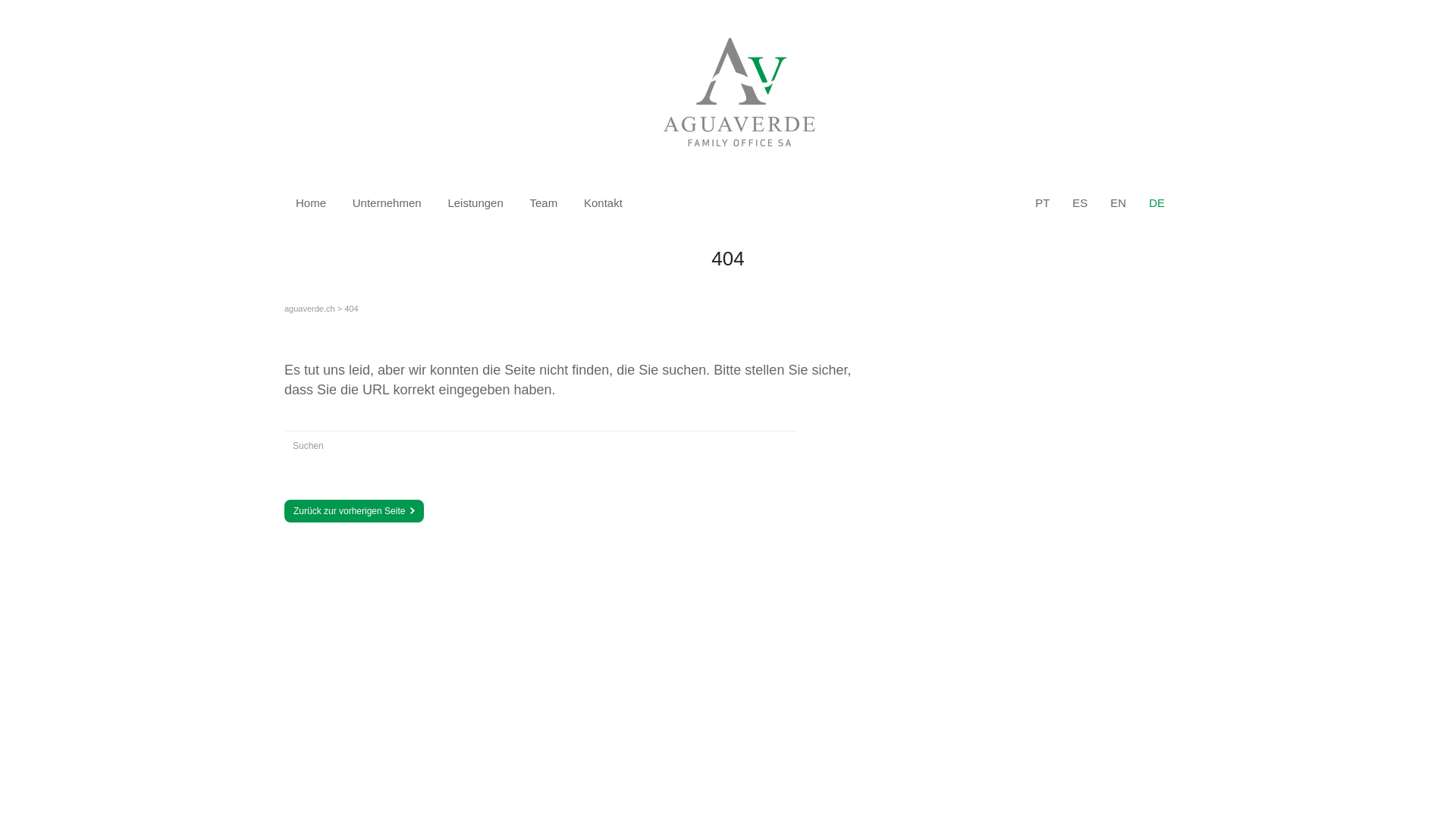  What do you see at coordinates (1118, 202) in the screenshot?
I see `'EN'` at bounding box center [1118, 202].